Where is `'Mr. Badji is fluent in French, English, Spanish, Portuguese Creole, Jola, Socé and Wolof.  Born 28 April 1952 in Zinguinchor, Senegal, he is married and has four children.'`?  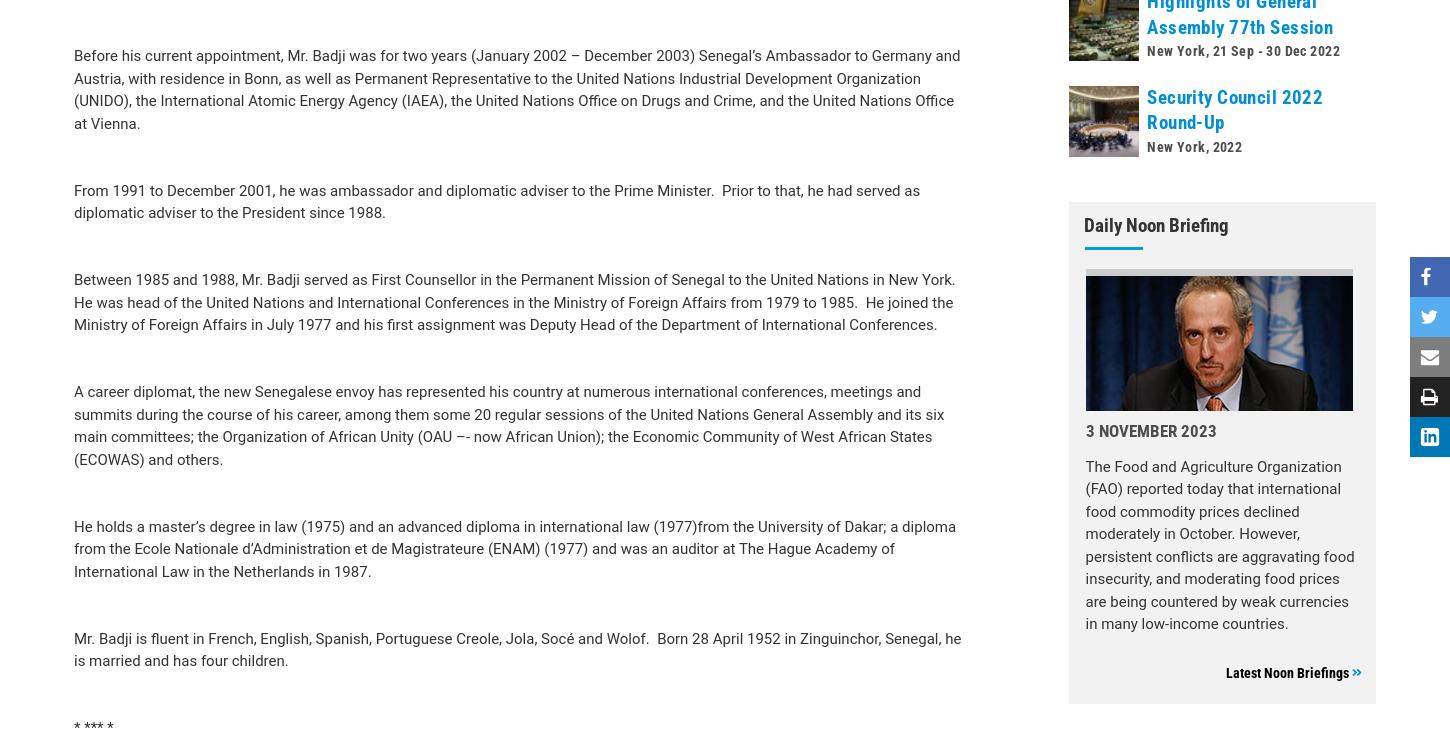 'Mr. Badji is fluent in French, English, Spanish, Portuguese Creole, Jola, Socé and Wolof.  Born 28 April 1952 in Zinguinchor, Senegal, he is married and has four children.' is located at coordinates (517, 460).